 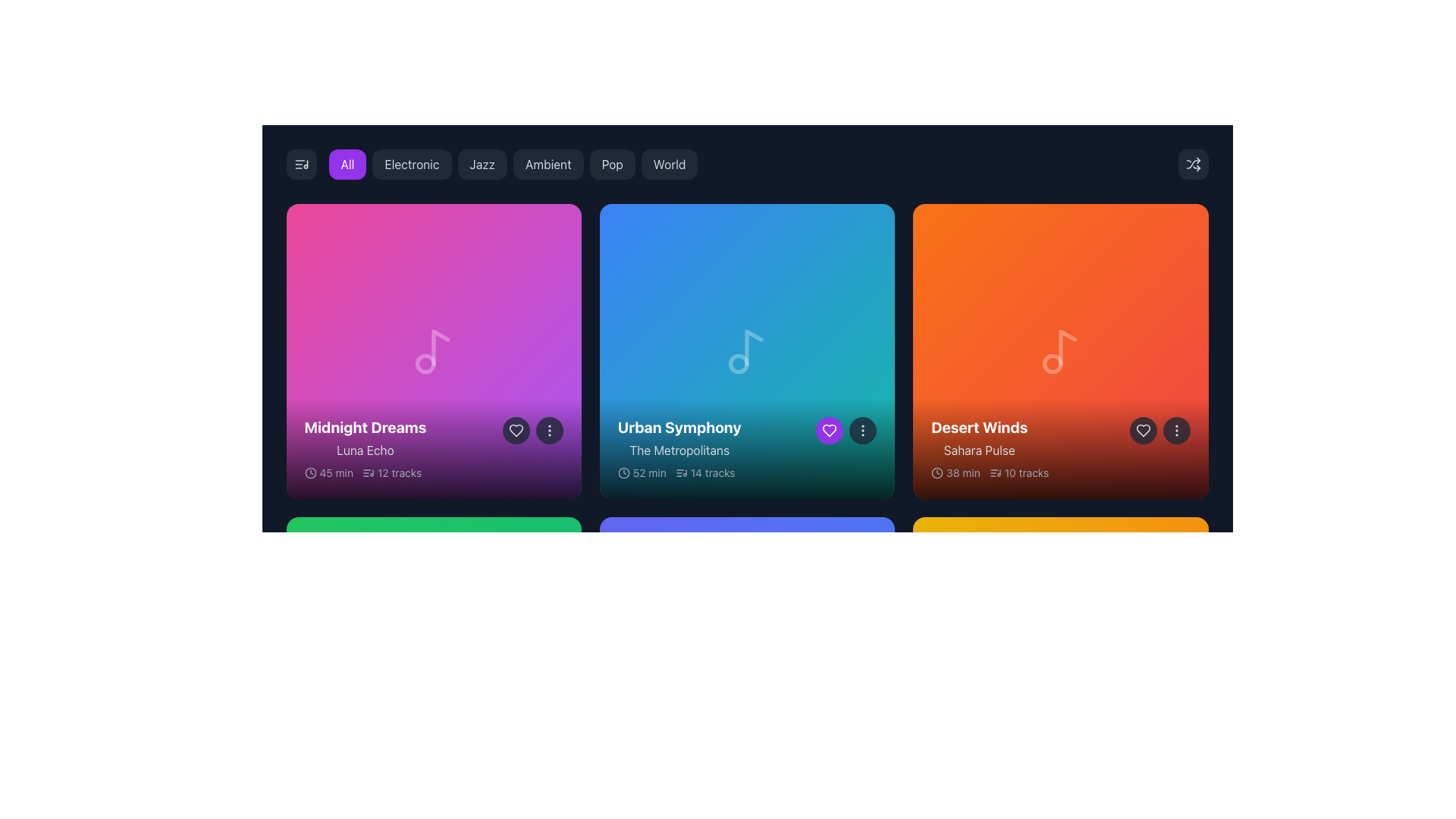 I want to click on the heart-shaped icon outlined in white to mark the item as a favorite within the 'Desert Winds' music card feature, so click(x=1143, y=431).